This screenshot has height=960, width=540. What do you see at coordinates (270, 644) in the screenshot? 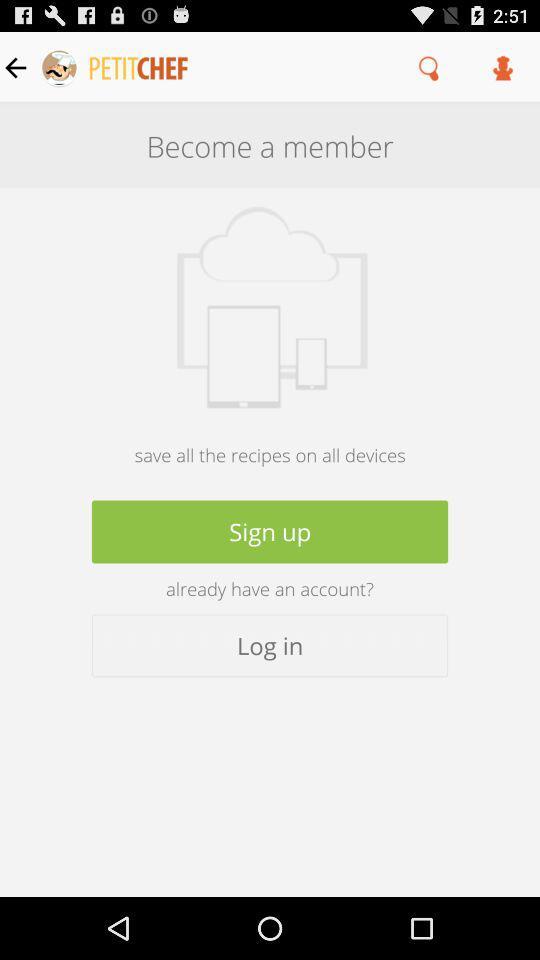
I see `the item below already have an item` at bounding box center [270, 644].